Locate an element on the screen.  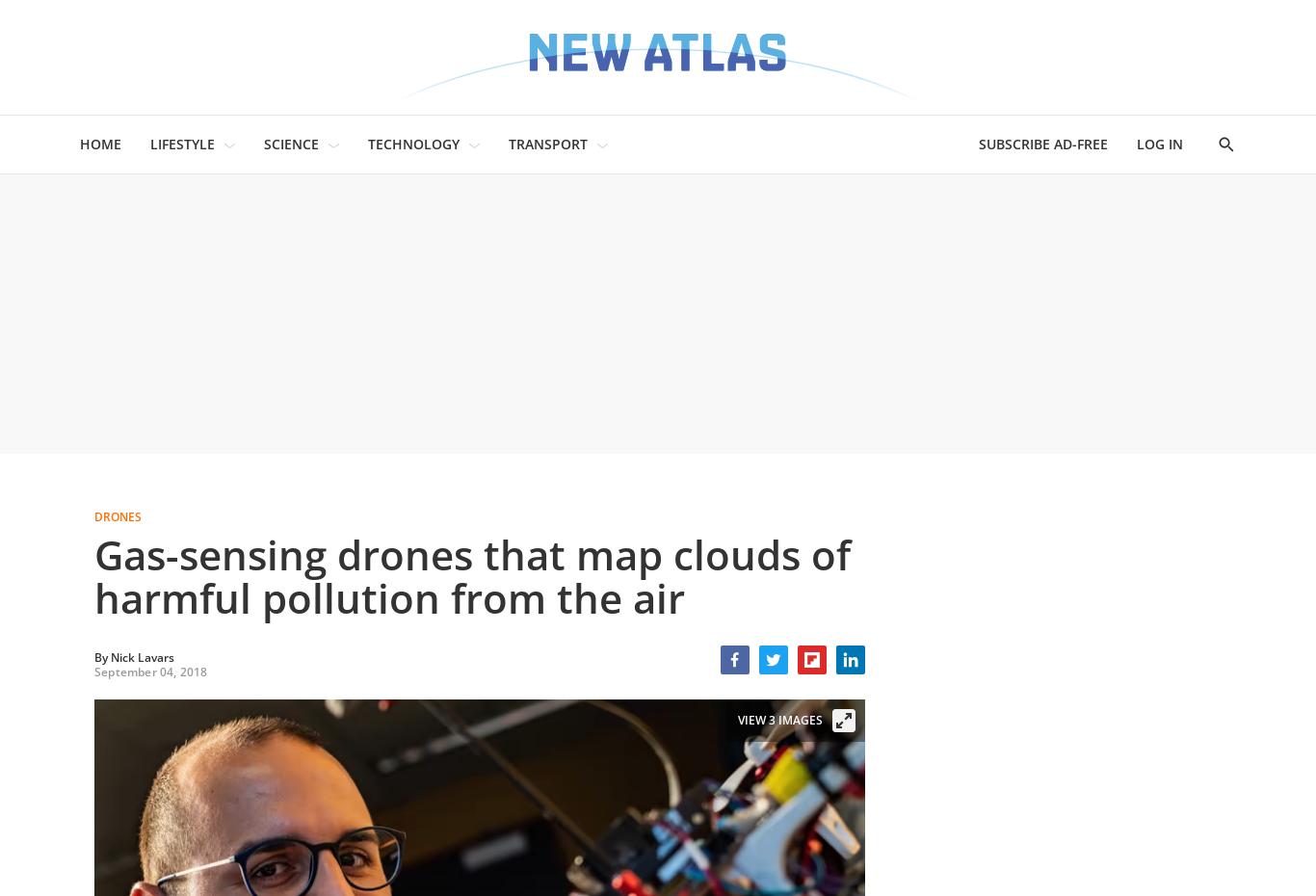
'Nick Lavars' is located at coordinates (141, 655).